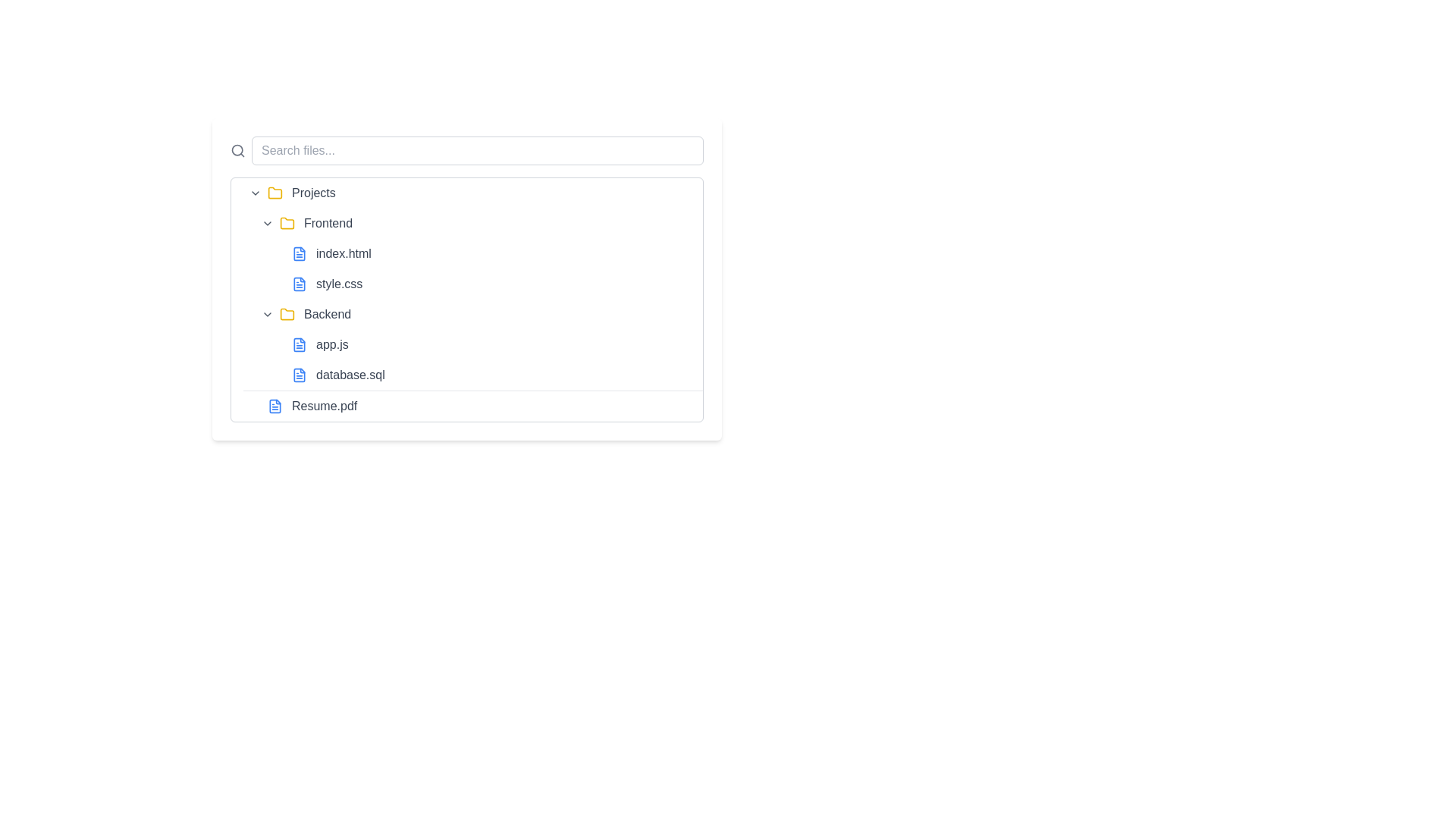 Image resolution: width=1456 pixels, height=819 pixels. I want to click on the 'style.css' file icon located to the left of the text 'style.css' within the 'Frontend' folder section in the file browsing interface, so click(299, 284).